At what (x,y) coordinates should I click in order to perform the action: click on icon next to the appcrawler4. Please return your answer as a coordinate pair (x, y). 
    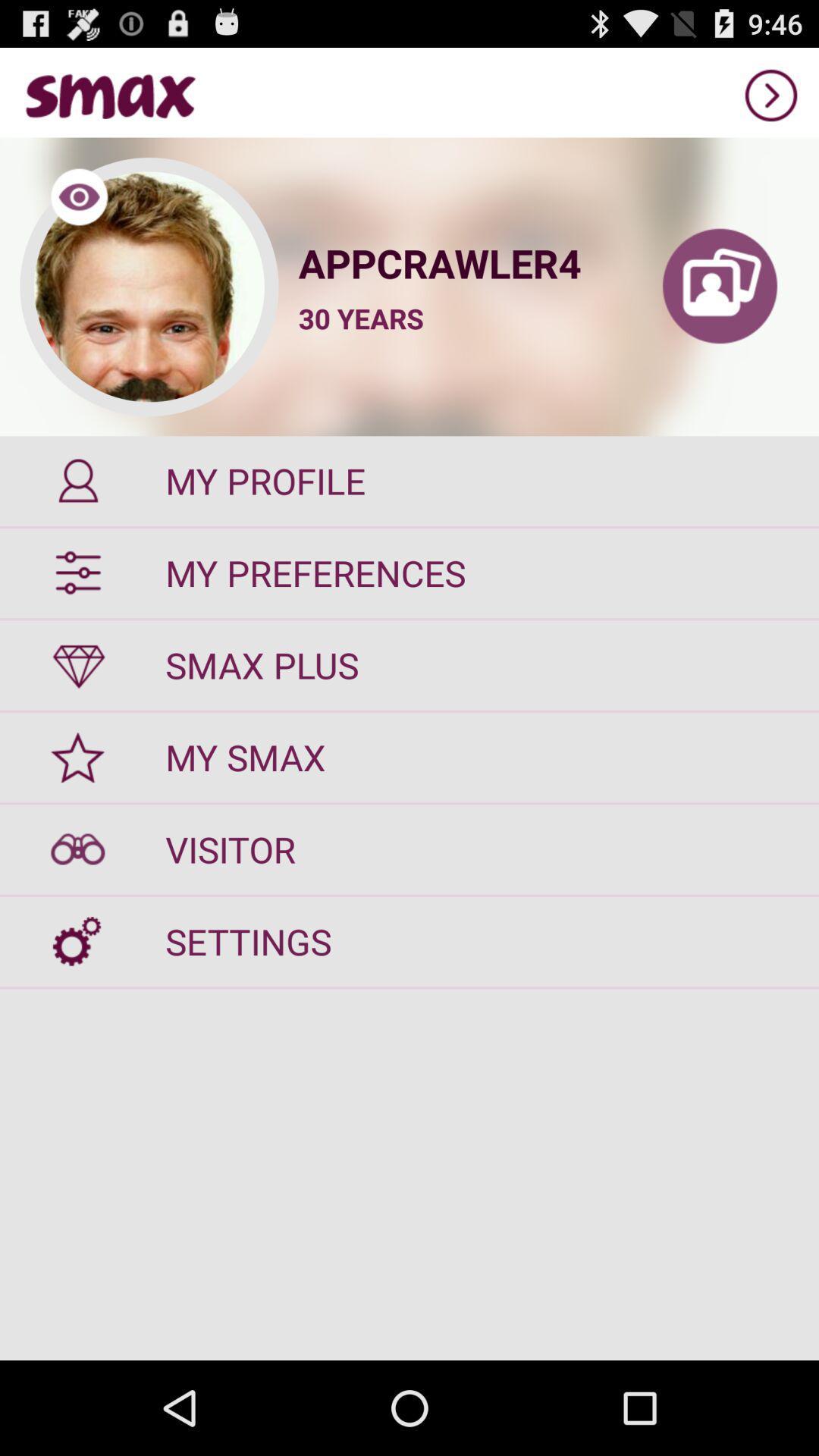
    Looking at the image, I should click on (719, 287).